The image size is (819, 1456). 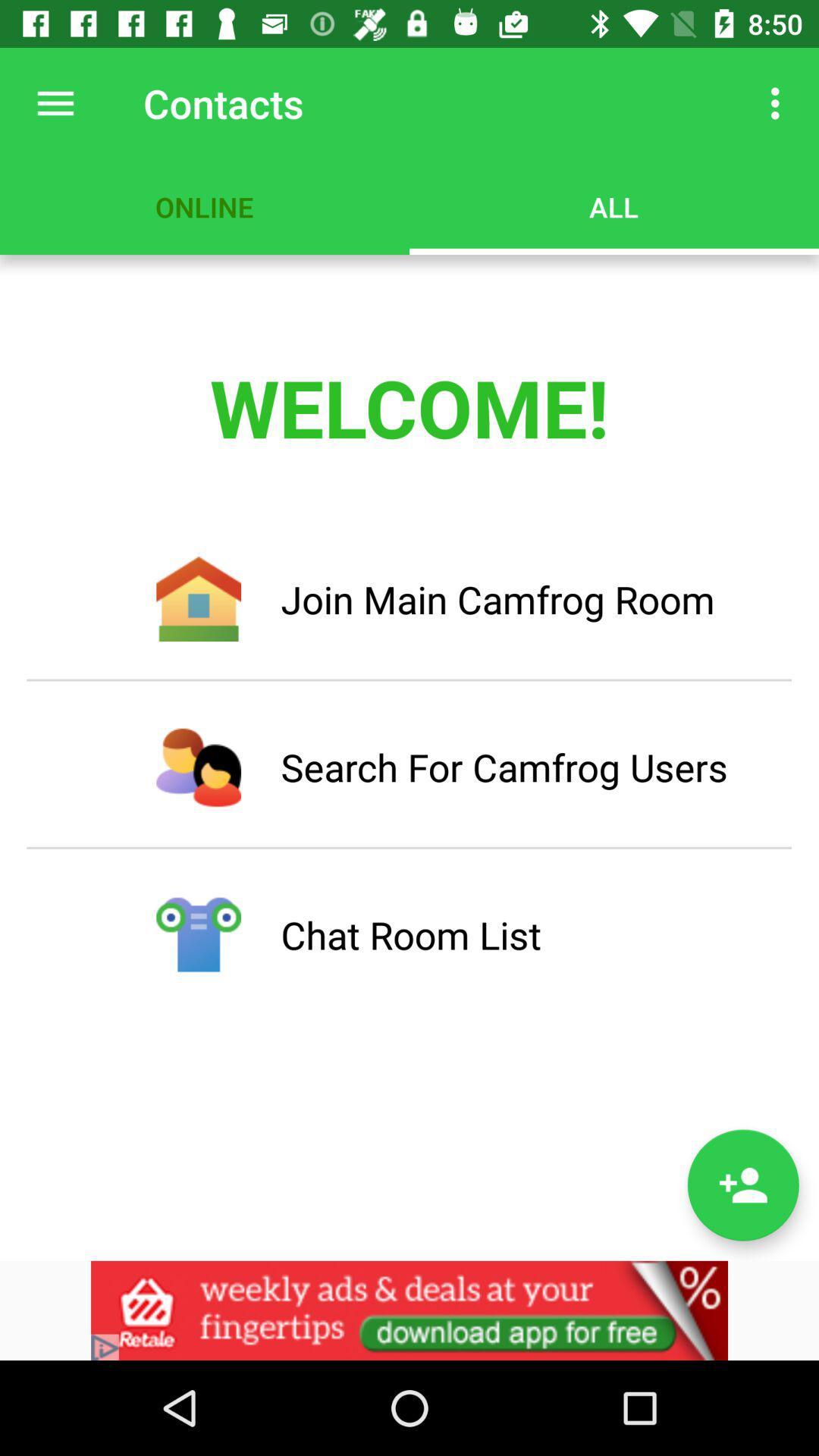 What do you see at coordinates (409, 1310) in the screenshot?
I see `link to advertisement` at bounding box center [409, 1310].